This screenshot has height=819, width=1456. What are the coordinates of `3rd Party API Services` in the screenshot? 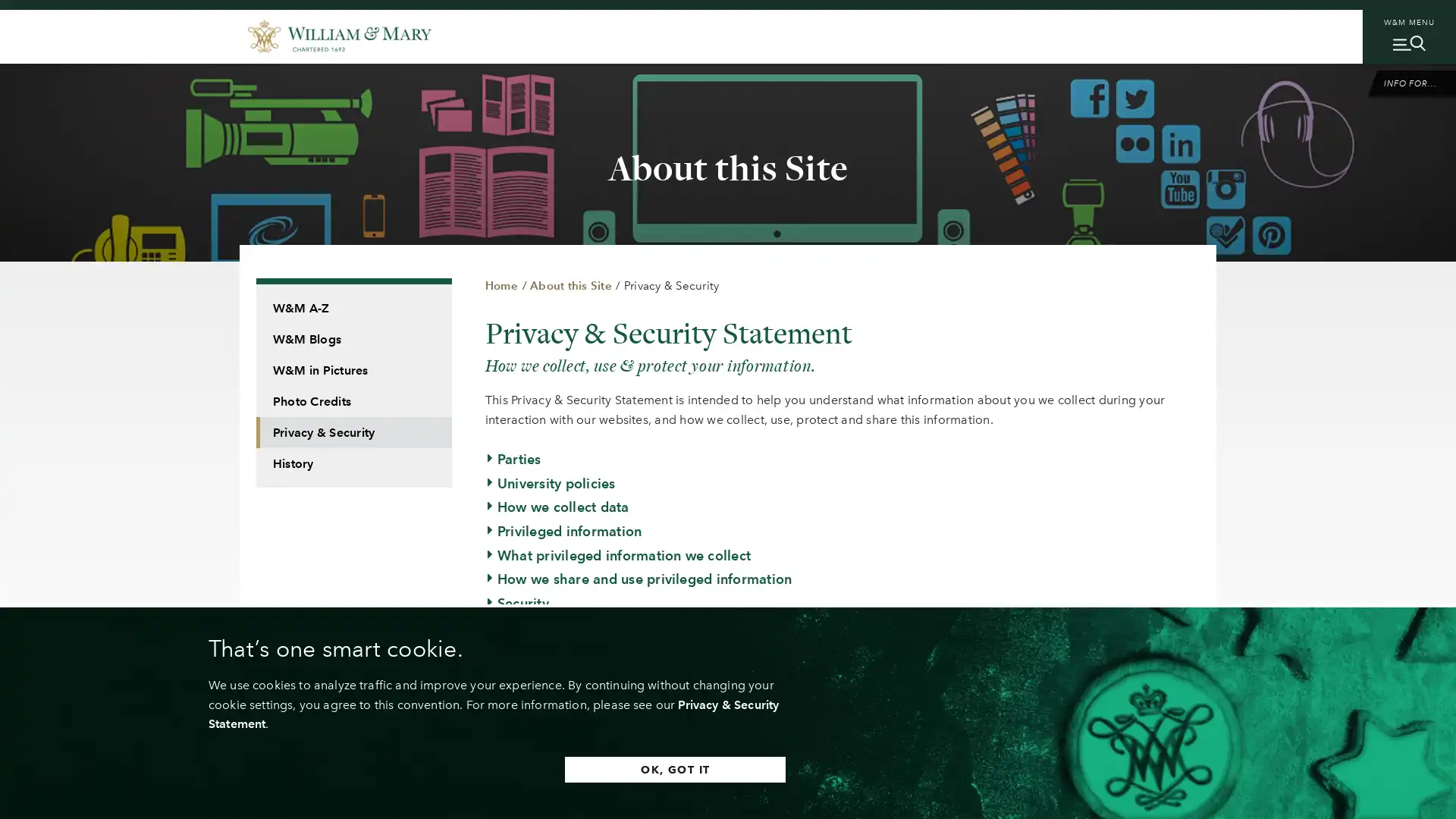 It's located at (562, 722).